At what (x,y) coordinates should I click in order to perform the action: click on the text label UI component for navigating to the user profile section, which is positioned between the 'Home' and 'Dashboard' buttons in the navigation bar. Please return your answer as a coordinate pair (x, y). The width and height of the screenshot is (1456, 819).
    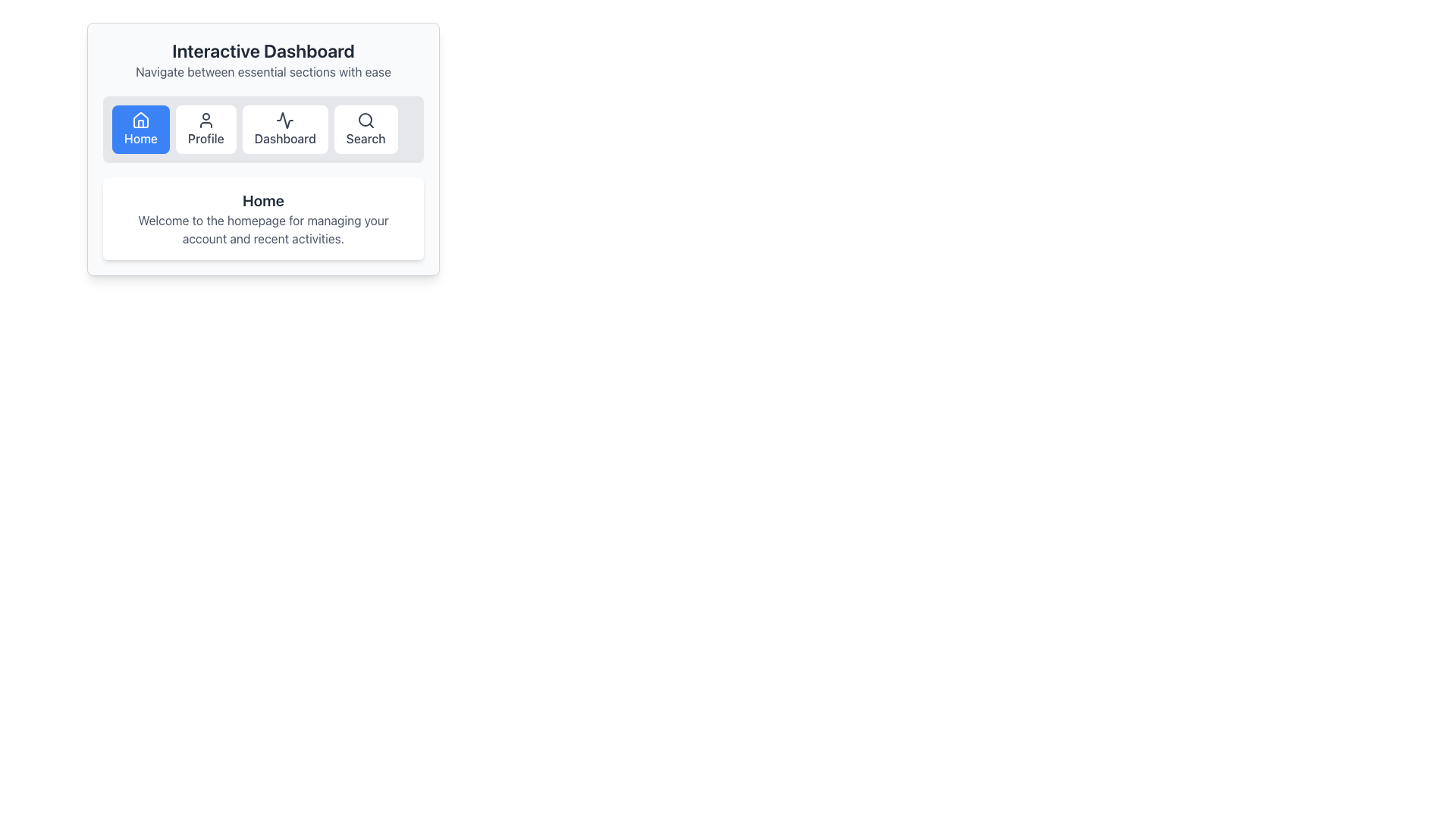
    Looking at the image, I should click on (205, 138).